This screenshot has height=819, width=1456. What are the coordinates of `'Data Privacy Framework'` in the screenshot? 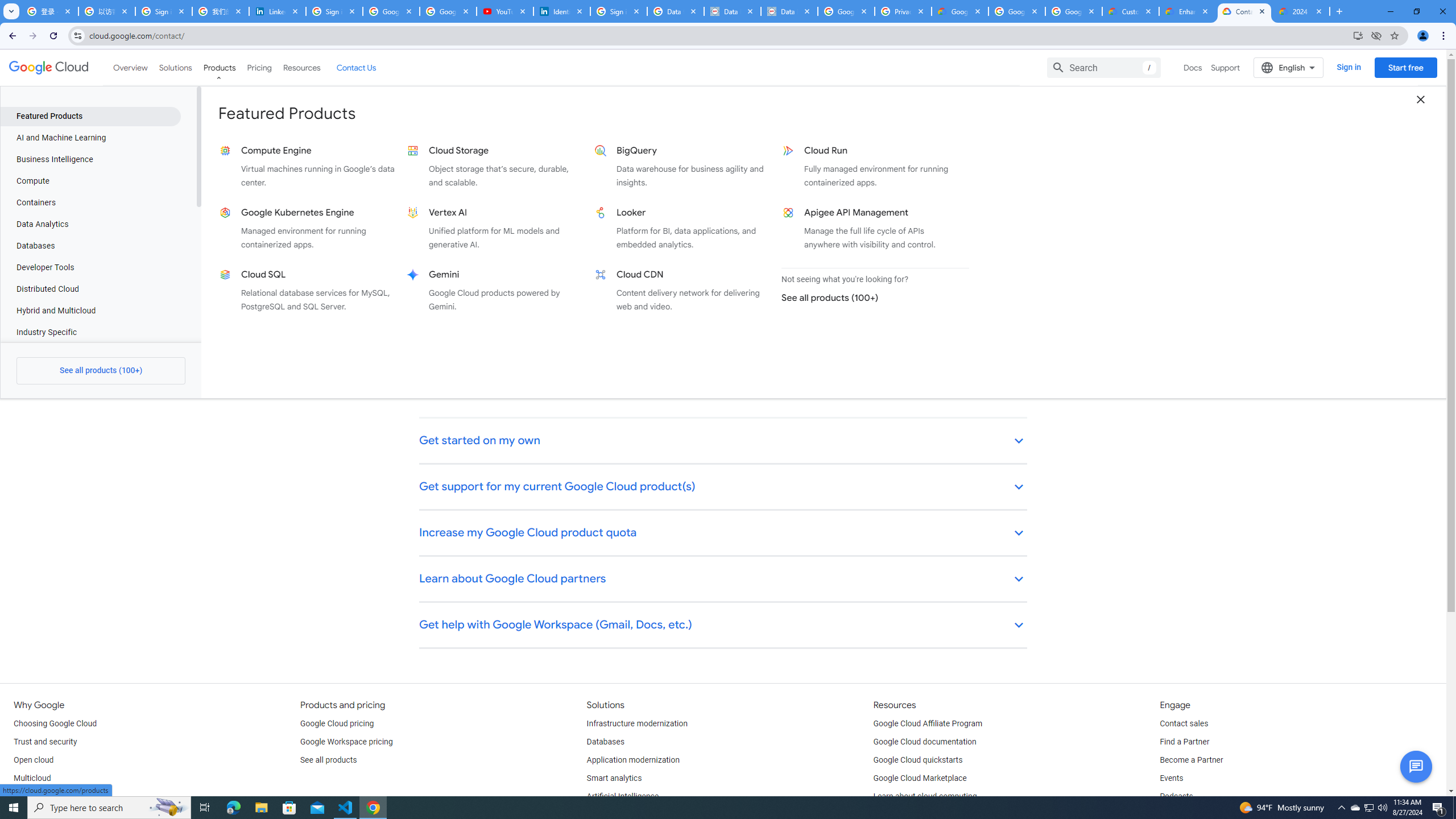 It's located at (788, 11).